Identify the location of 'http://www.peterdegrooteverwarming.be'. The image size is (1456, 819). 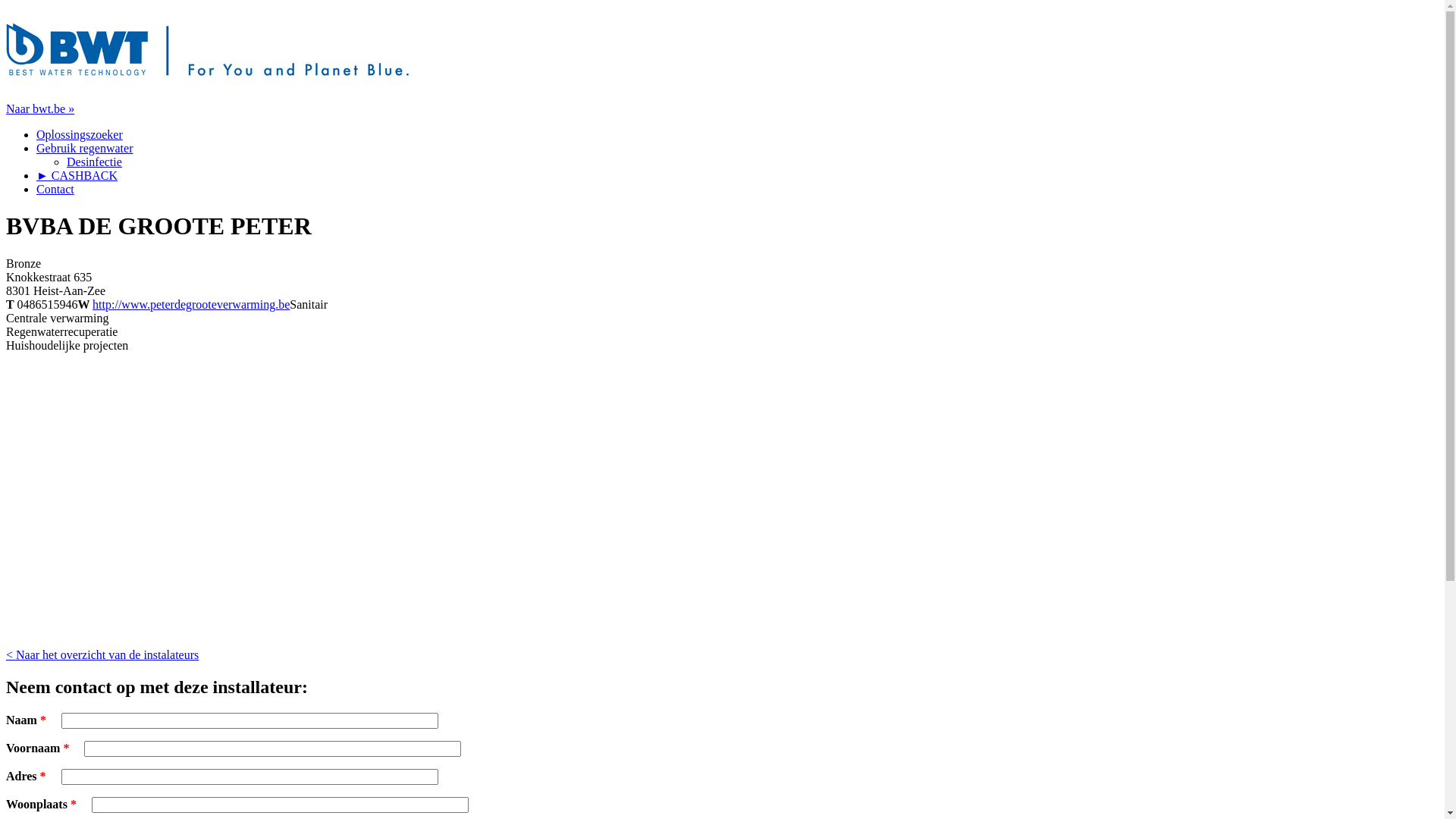
(190, 304).